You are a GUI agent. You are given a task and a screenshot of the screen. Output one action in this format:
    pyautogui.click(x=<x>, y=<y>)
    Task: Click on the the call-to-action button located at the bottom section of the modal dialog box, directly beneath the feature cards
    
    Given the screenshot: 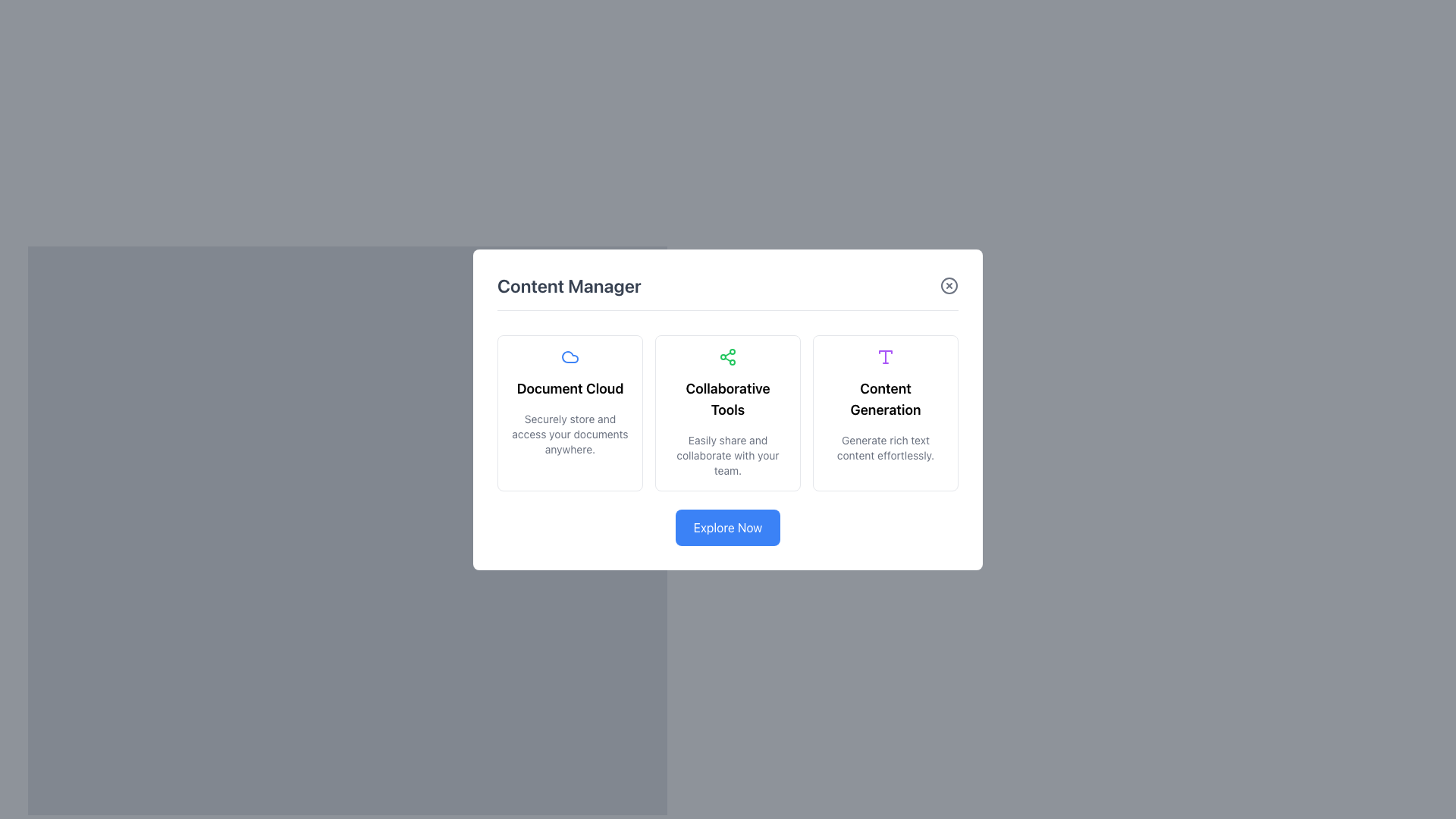 What is the action you would take?
    pyautogui.click(x=728, y=526)
    